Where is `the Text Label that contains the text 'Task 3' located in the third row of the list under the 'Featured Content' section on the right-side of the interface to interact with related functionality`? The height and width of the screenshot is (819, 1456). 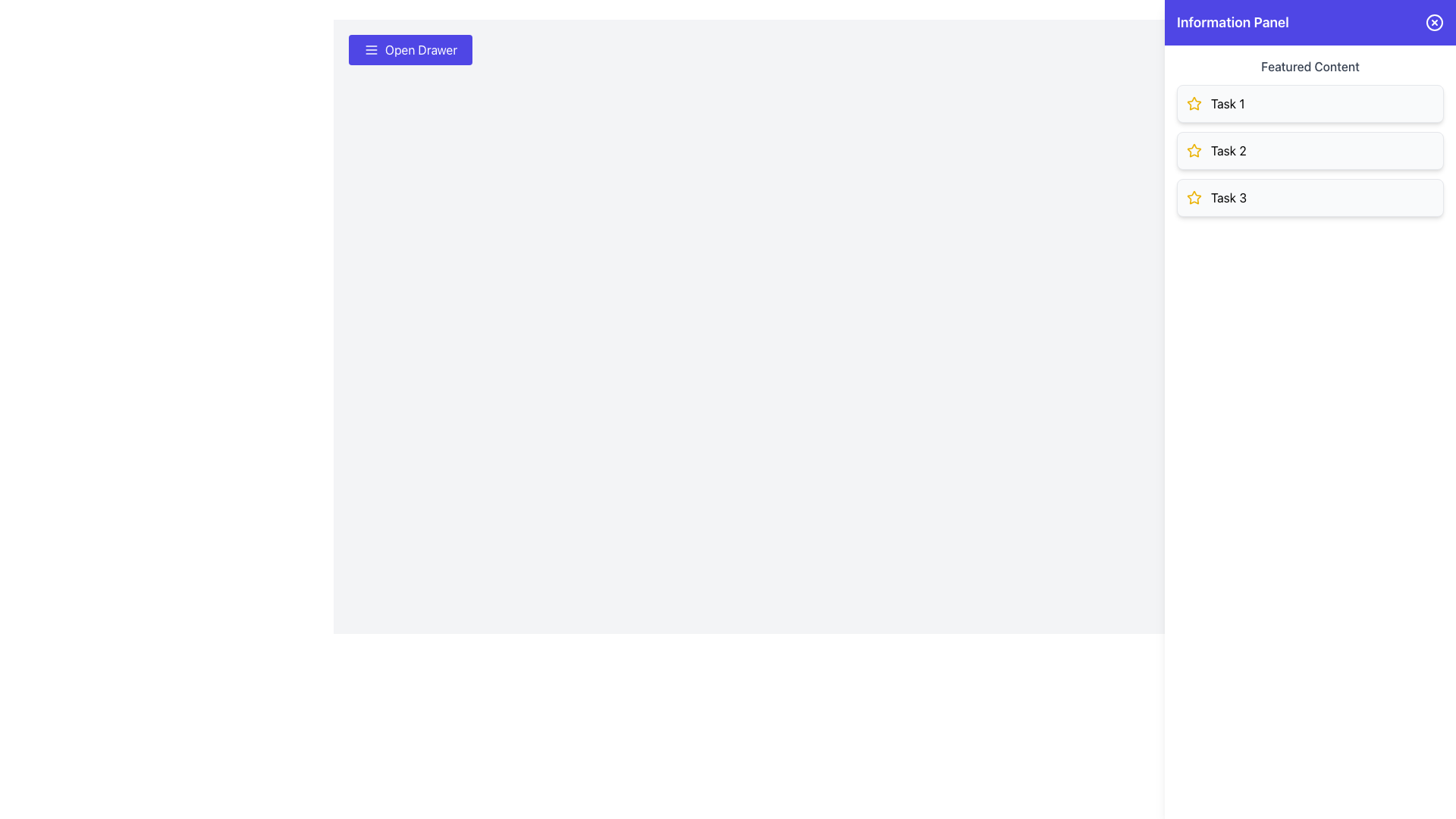 the Text Label that contains the text 'Task 3' located in the third row of the list under the 'Featured Content' section on the right-side of the interface to interact with related functionality is located at coordinates (1228, 197).